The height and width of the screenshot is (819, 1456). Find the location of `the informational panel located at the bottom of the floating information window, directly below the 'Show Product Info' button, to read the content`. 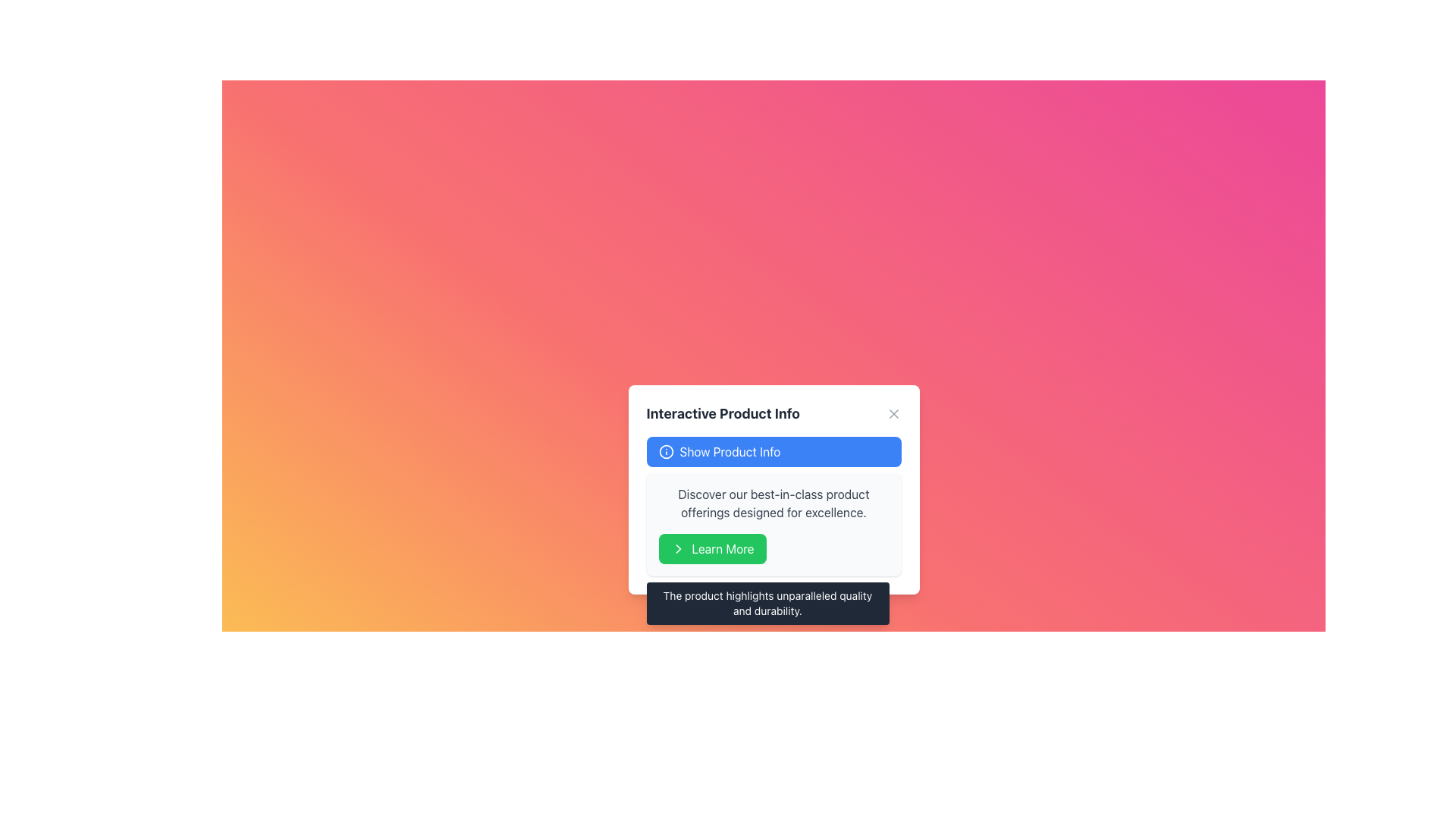

the informational panel located at the bottom of the floating information window, directly below the 'Show Product Info' button, to read the content is located at coordinates (767, 602).